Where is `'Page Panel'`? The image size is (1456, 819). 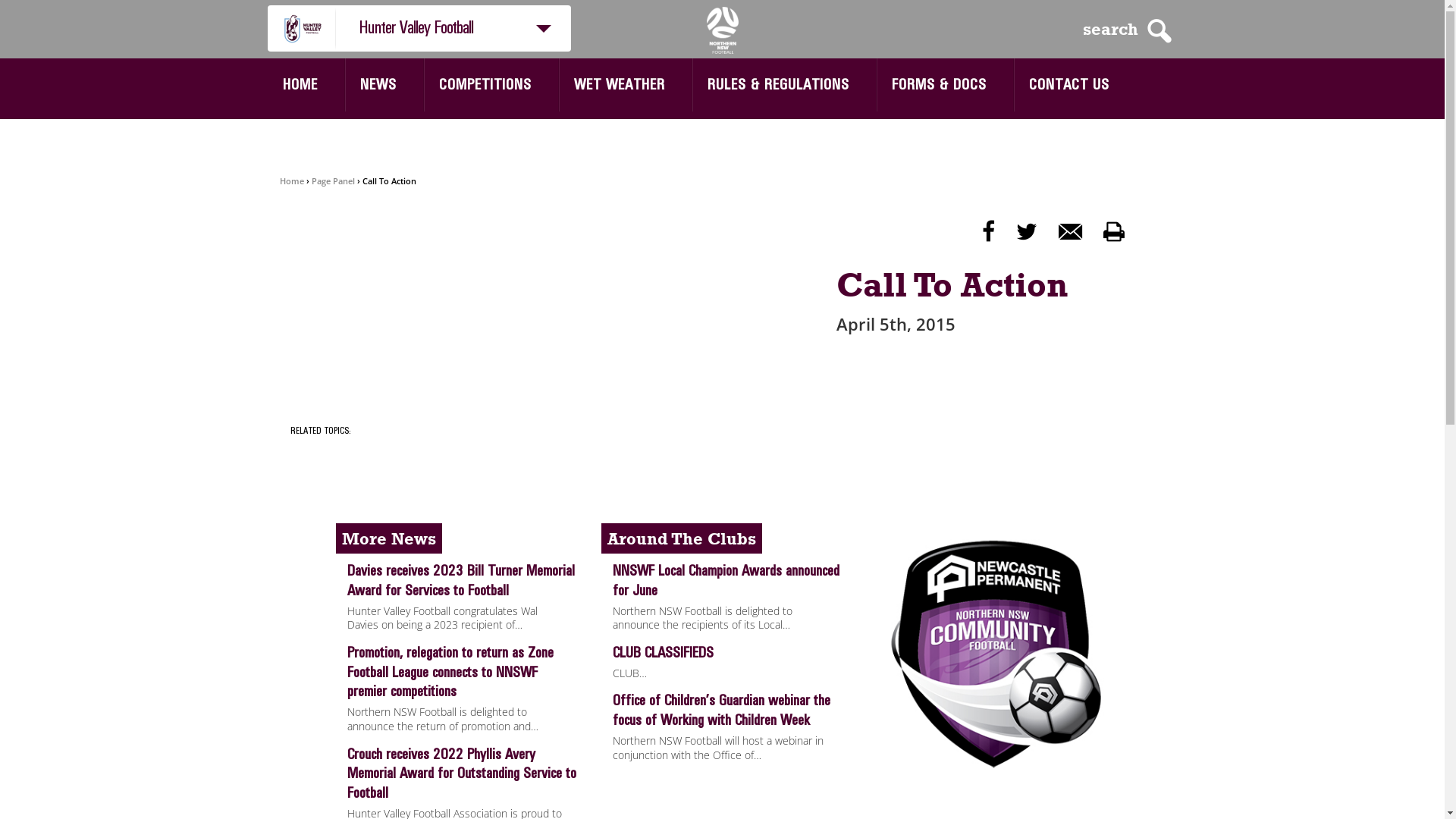 'Page Panel' is located at coordinates (309, 180).